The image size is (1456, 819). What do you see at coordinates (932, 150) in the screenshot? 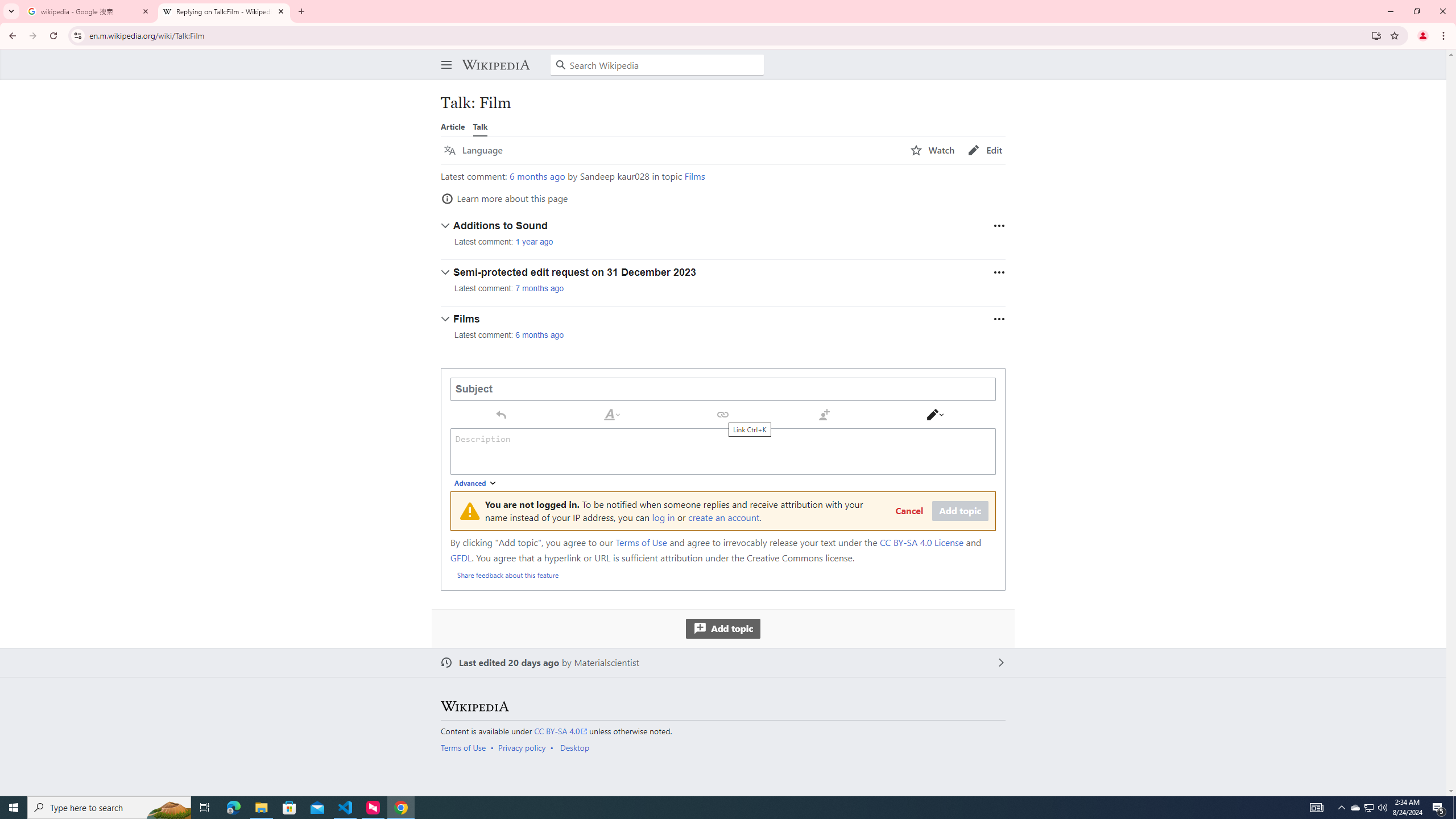
I see `'Watch'` at bounding box center [932, 150].